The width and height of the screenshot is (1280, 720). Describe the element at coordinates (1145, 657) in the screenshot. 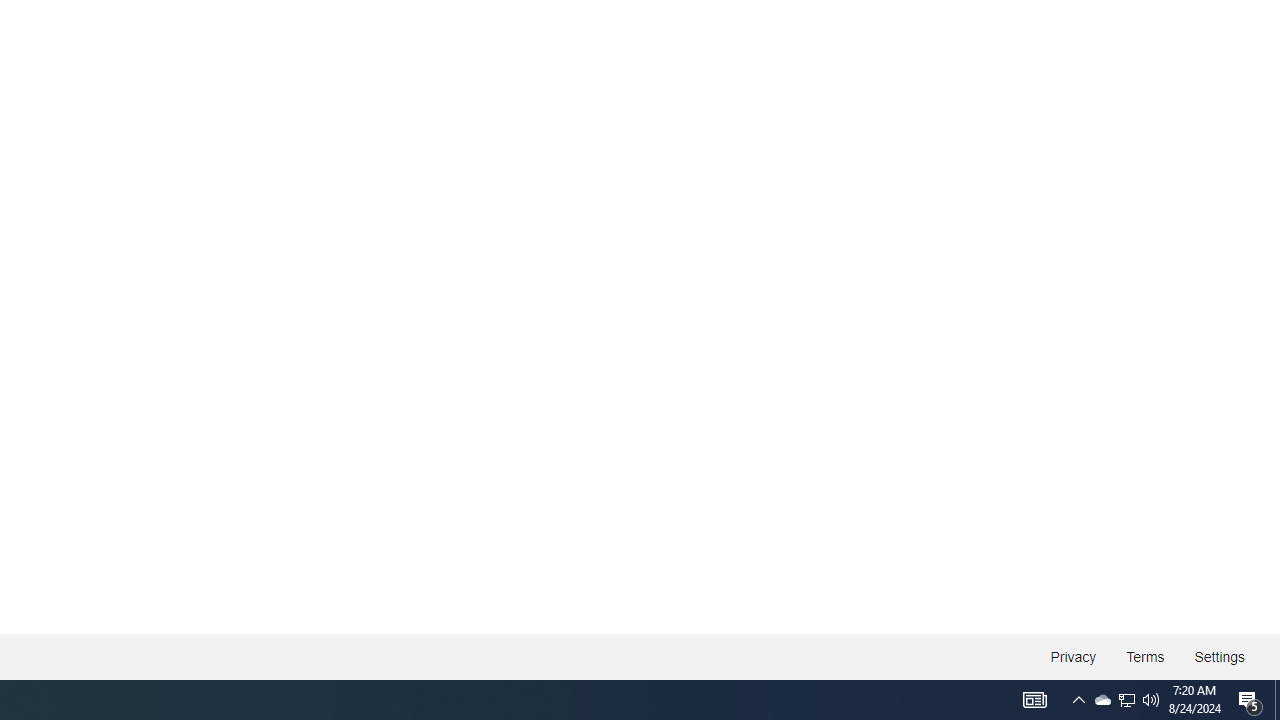

I see `'Terms'` at that location.